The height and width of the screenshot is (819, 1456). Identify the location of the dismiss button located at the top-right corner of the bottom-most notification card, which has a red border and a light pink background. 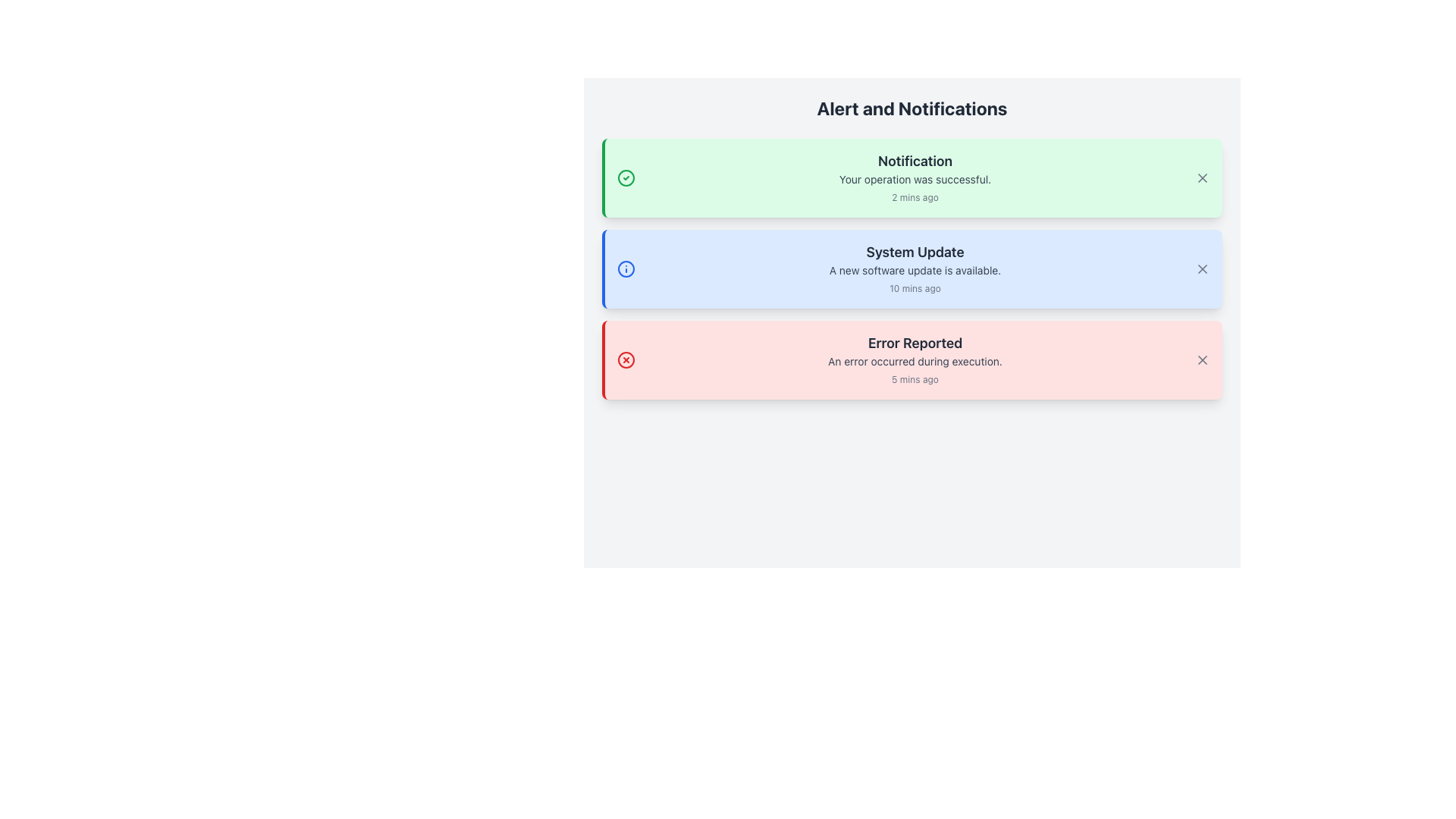
(1201, 359).